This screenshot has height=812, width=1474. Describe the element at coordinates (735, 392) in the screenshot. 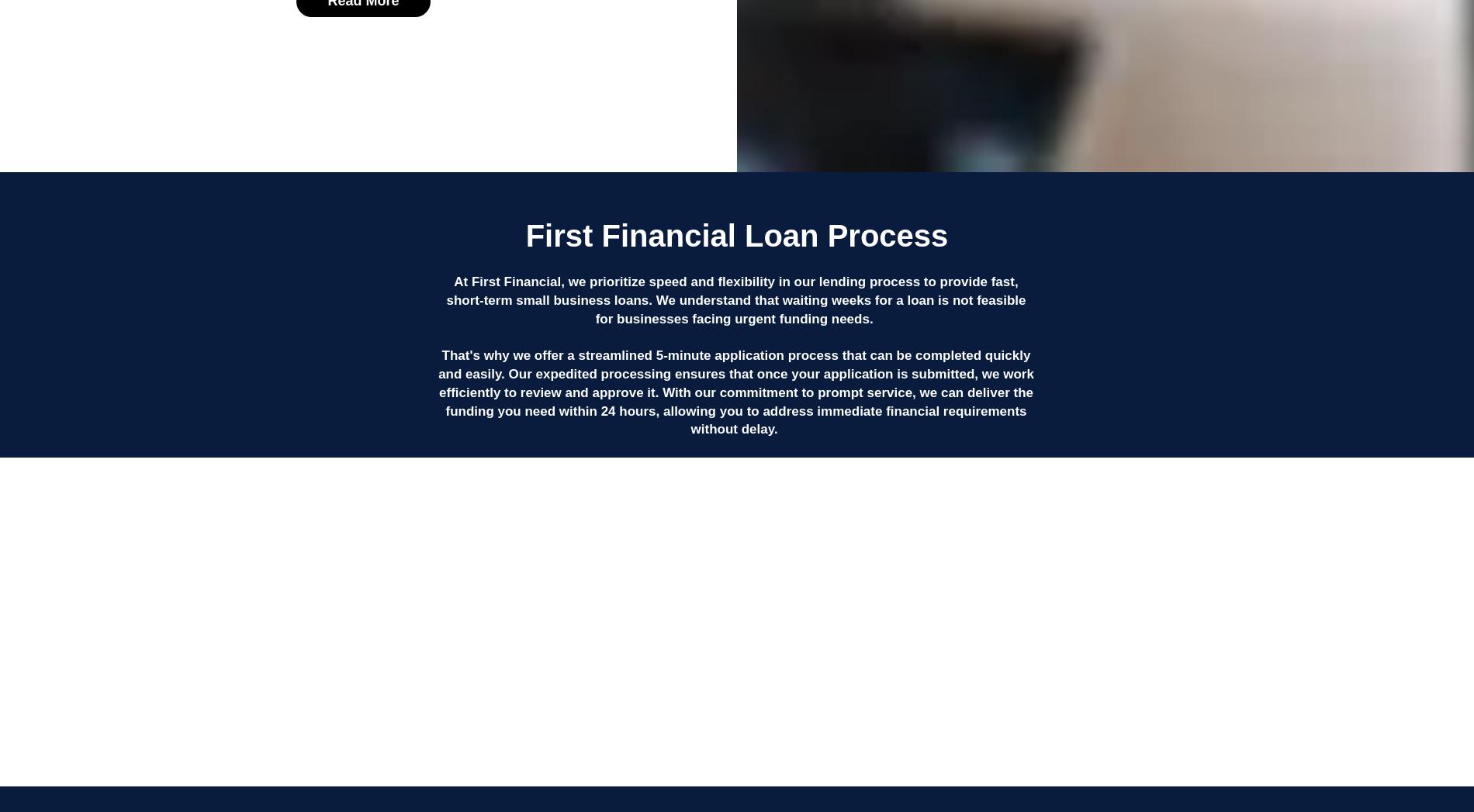

I see `'That's why we offer a streamlined 5-minute application process that can be completed quickly and easily. Our expedited processing ensures that once your application is submitted, we work efficiently to review and approve it. With our commitment to prompt service, we can deliver the funding you need within 24 hours, allowing you to address immediate financial requirements without delay.'` at that location.